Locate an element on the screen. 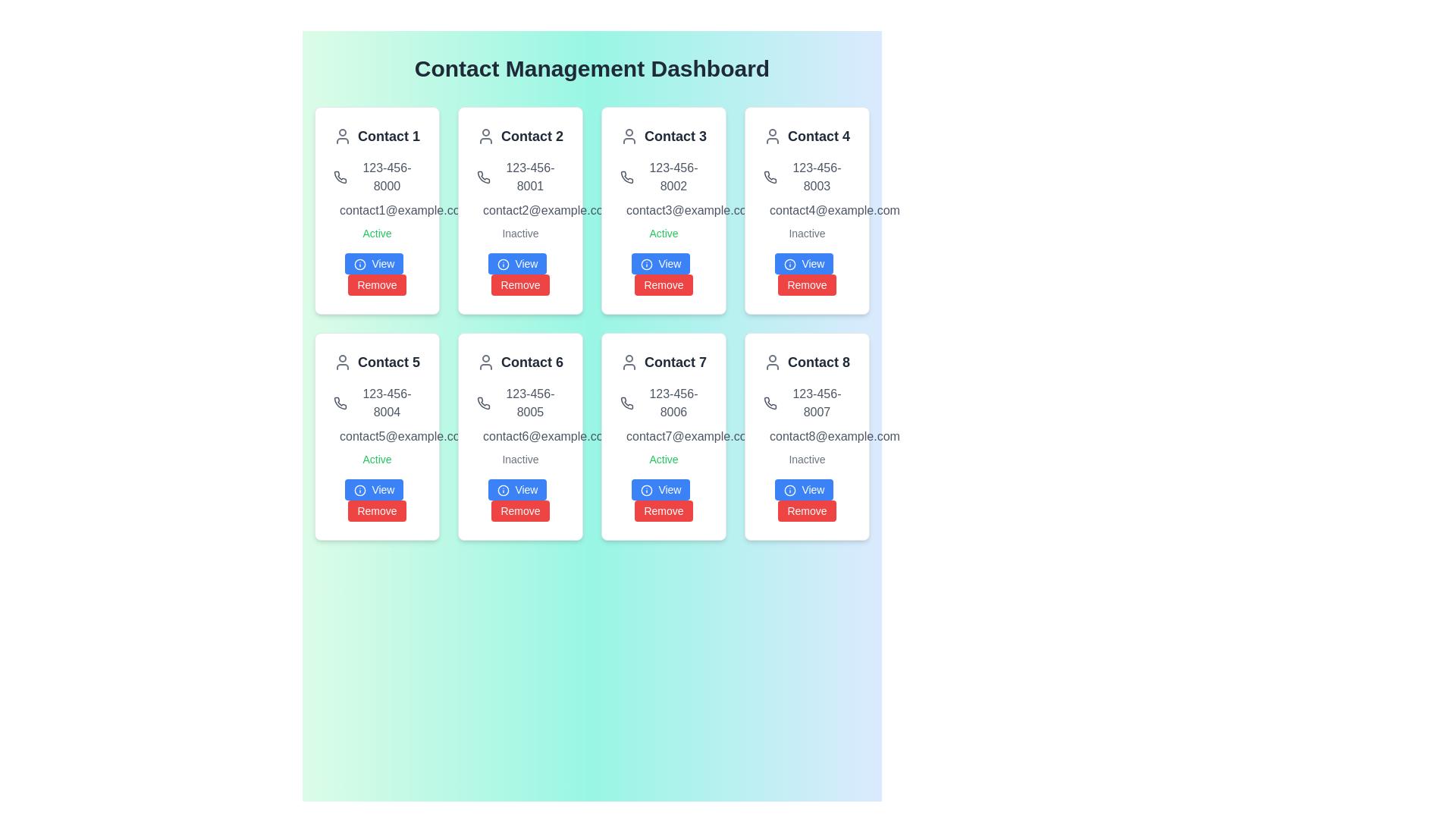 The width and height of the screenshot is (1456, 819). the curved phone receiver icon located within the 'Contact 6' card in the second row and second column of the grid layout is located at coordinates (483, 403).